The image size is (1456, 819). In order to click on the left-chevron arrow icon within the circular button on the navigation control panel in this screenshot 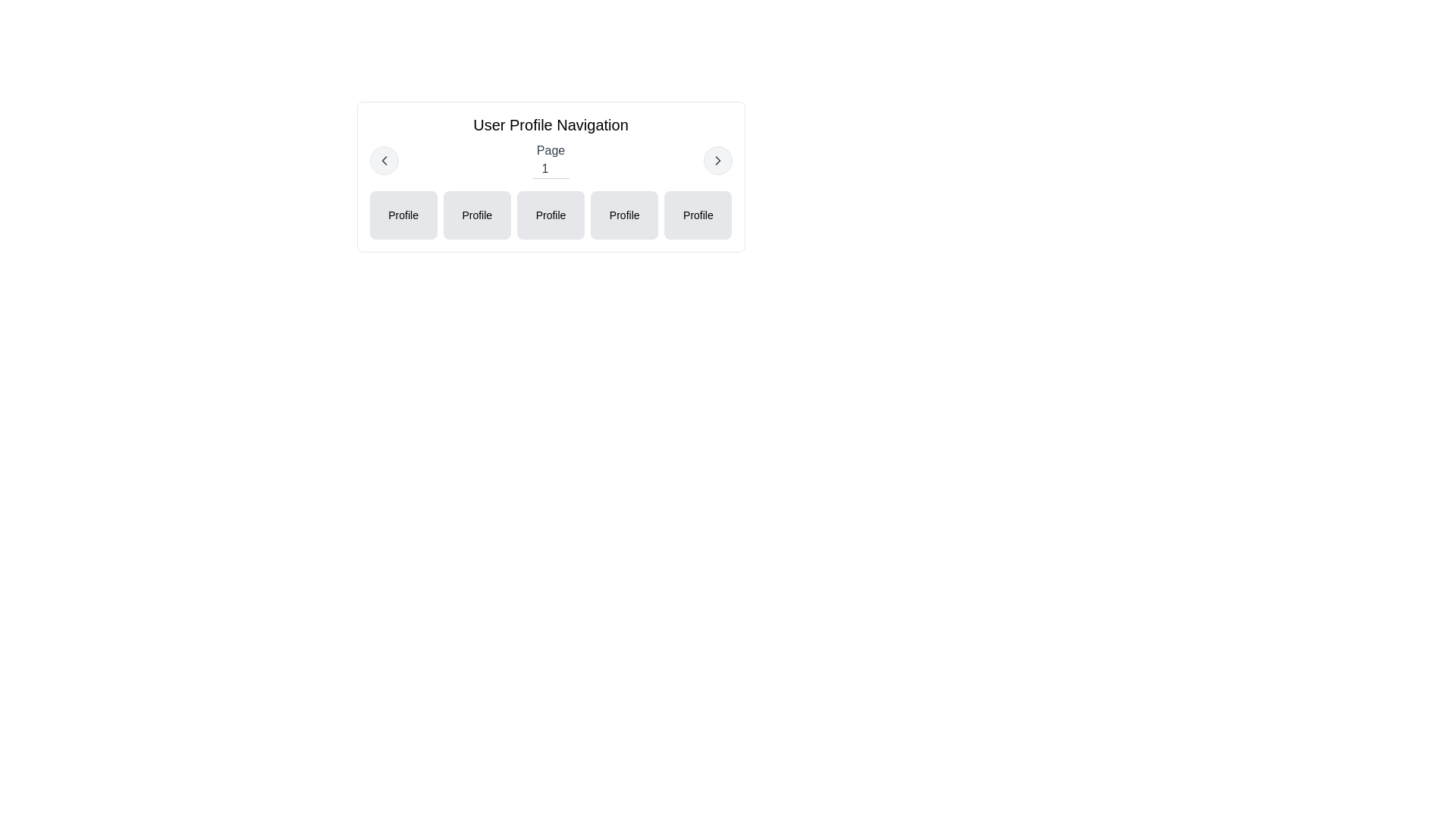, I will do `click(384, 160)`.